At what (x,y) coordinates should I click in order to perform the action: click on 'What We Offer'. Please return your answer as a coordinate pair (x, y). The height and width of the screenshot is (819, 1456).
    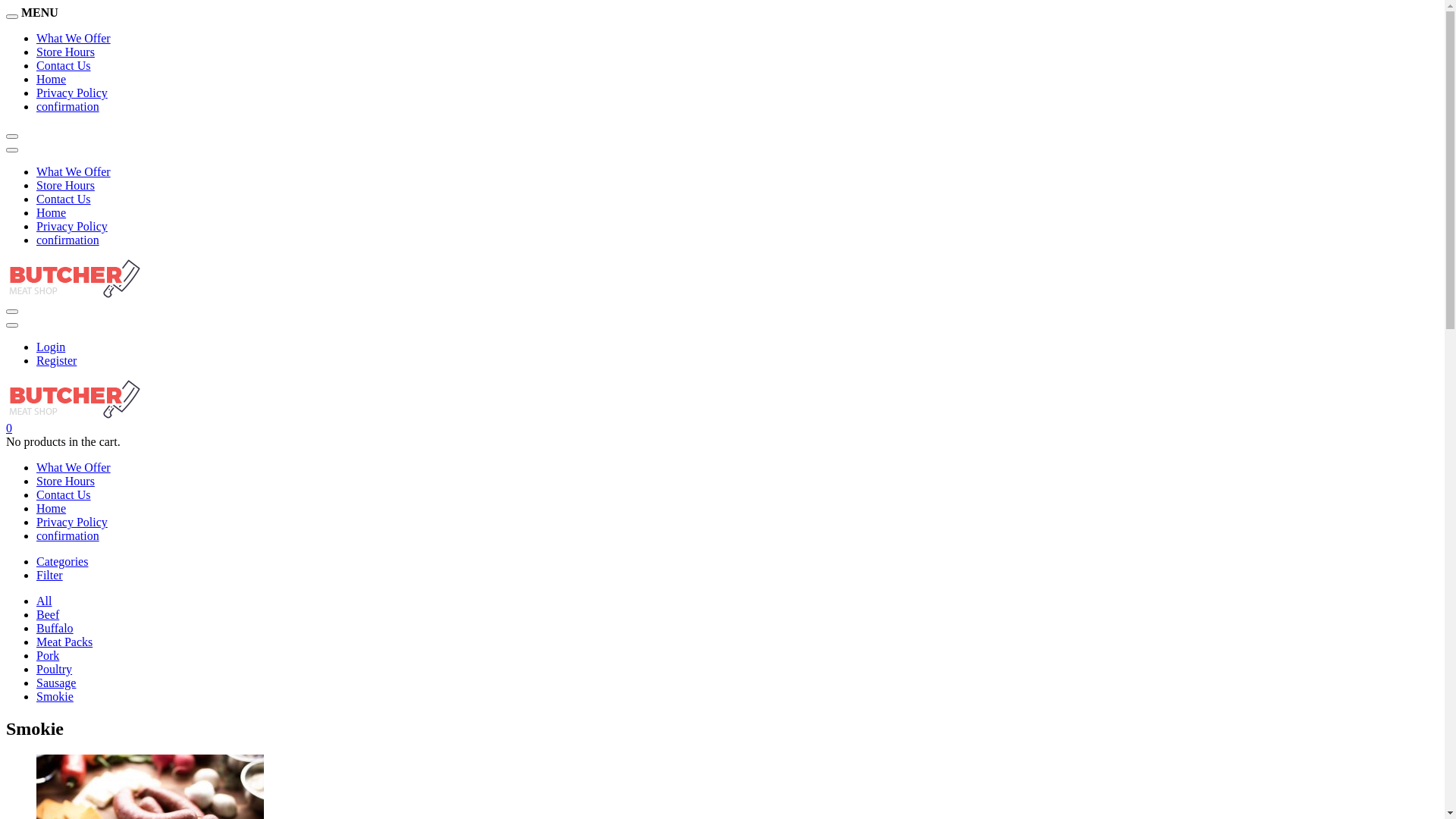
    Looking at the image, I should click on (72, 37).